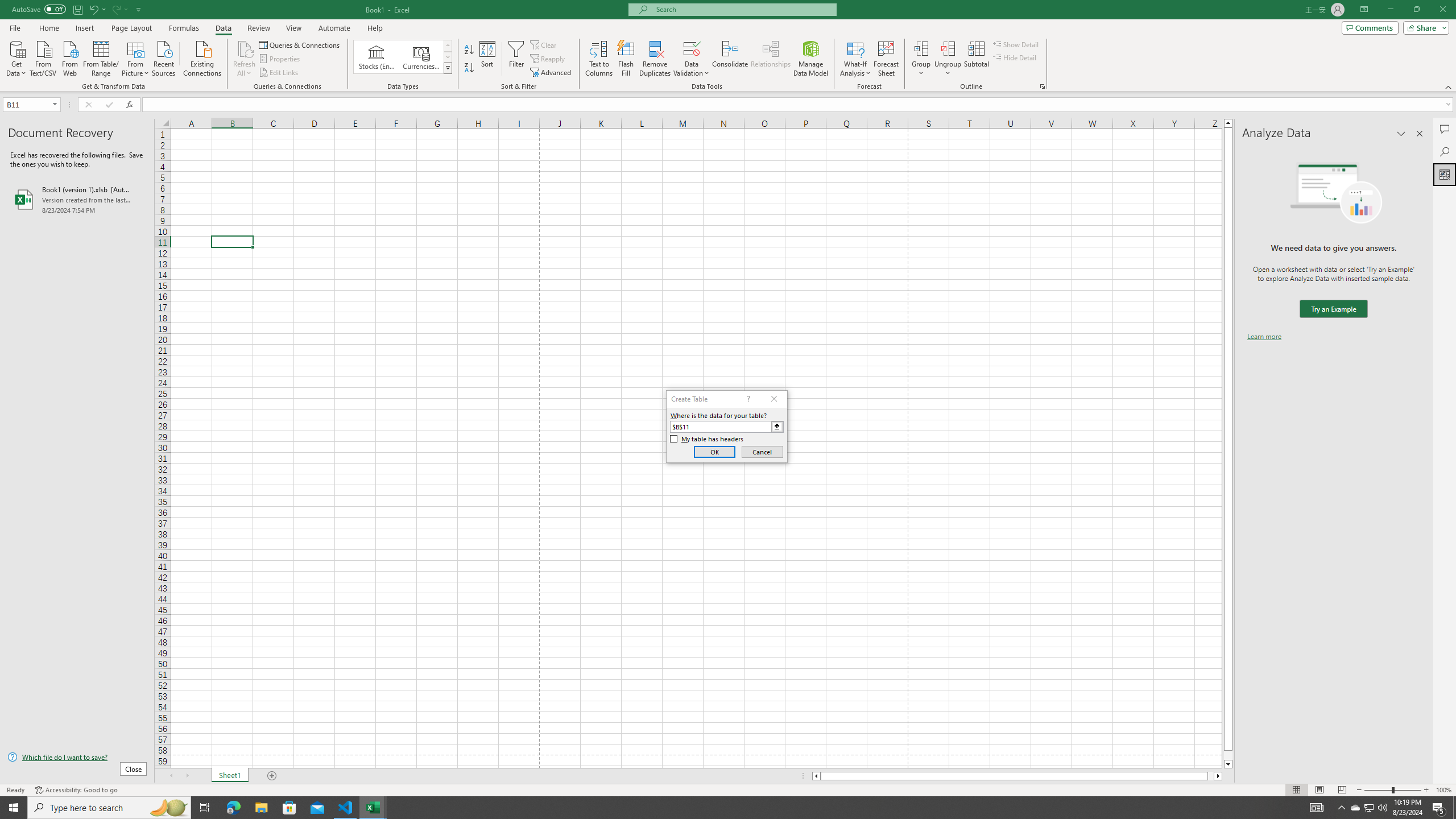 Image resolution: width=1456 pixels, height=819 pixels. Describe the element at coordinates (1228, 755) in the screenshot. I see `'Page down'` at that location.